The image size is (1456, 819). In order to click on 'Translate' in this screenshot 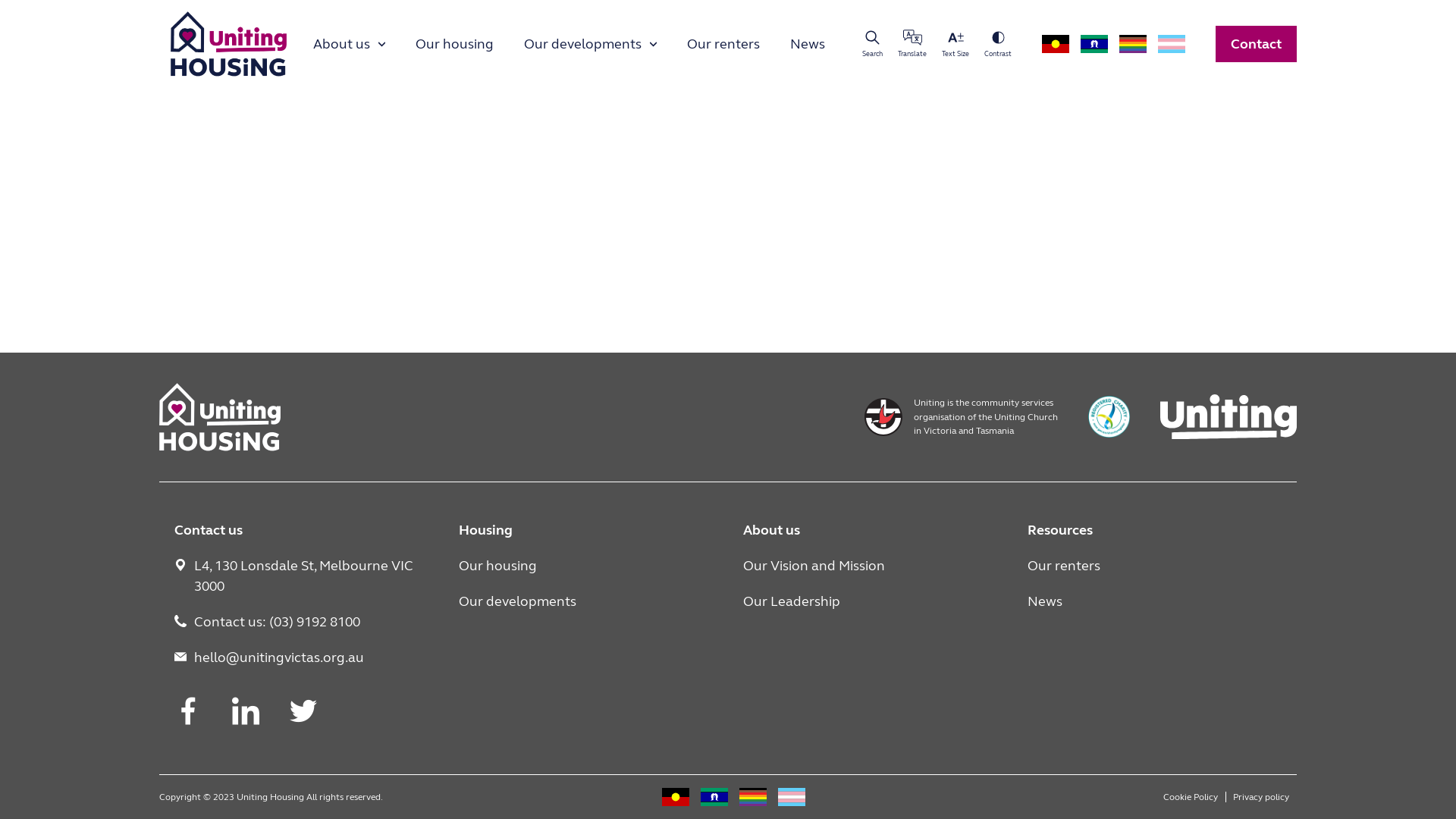, I will do `click(912, 42)`.